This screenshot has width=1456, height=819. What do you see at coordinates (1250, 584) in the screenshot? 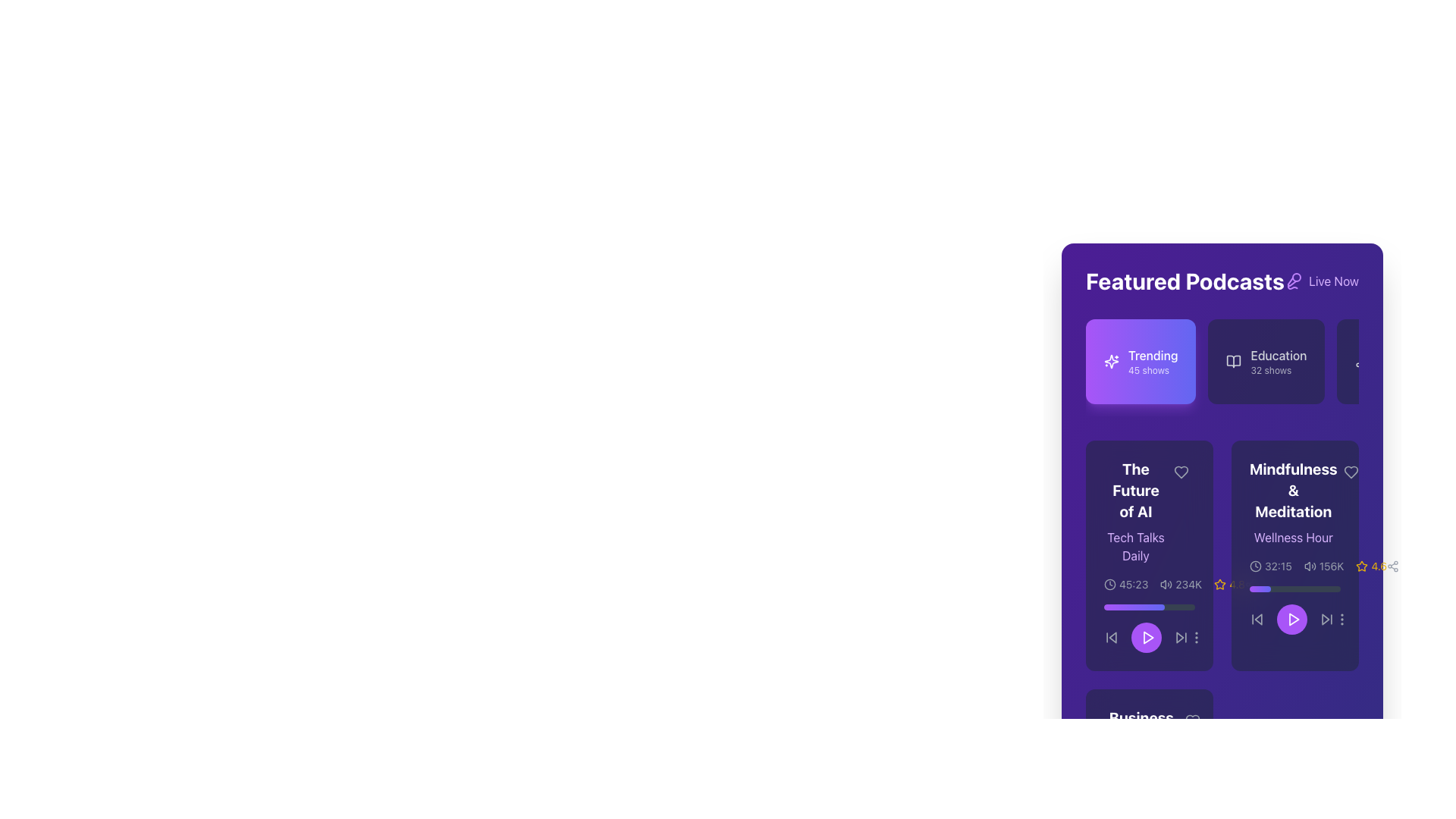
I see `the share button represented by a circular icon with three connected circles located in the top-right corner of the 'Mindfulness & Meditation' podcast card` at bounding box center [1250, 584].